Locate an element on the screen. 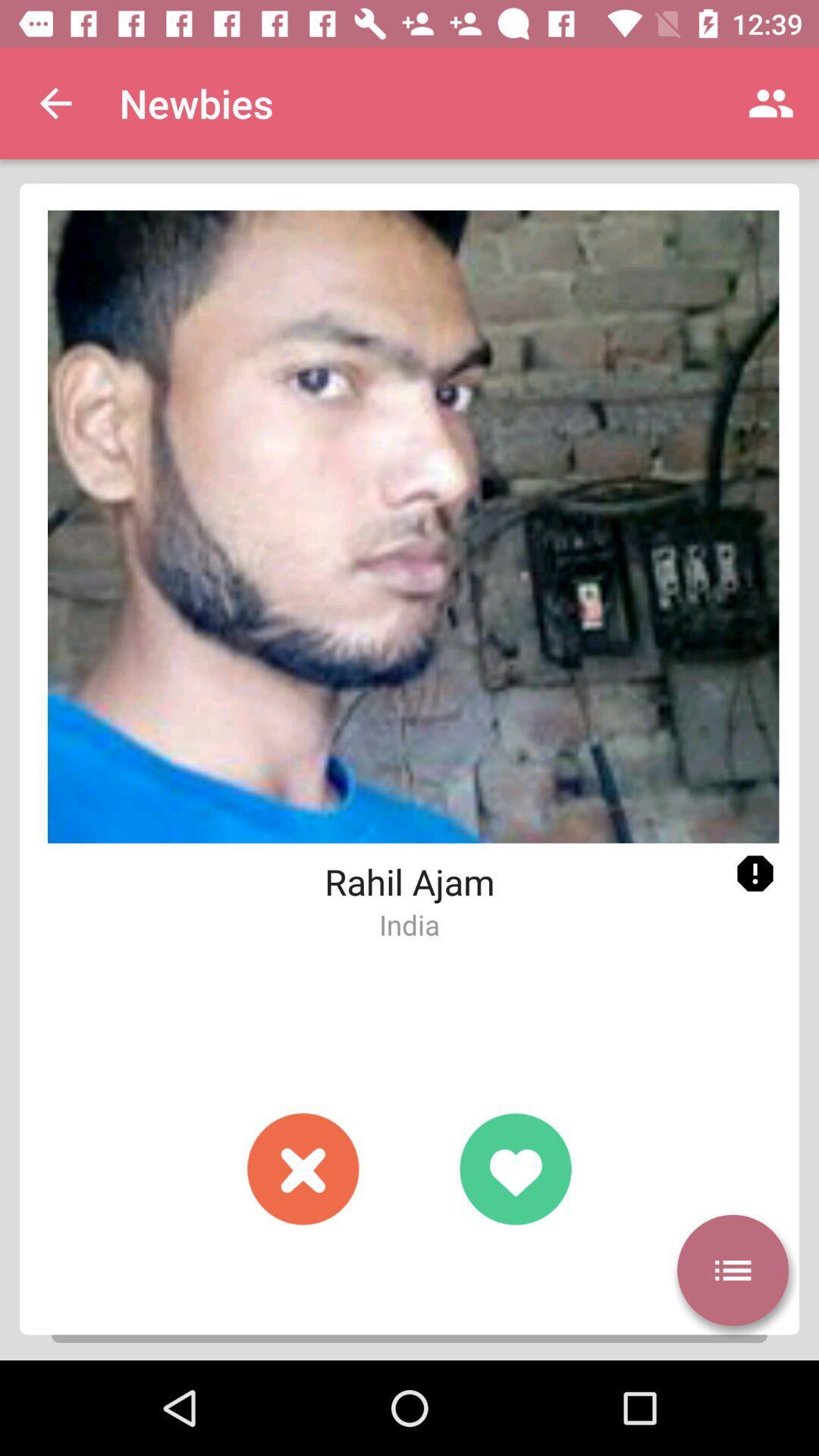 The width and height of the screenshot is (819, 1456). reject is located at coordinates (303, 1168).